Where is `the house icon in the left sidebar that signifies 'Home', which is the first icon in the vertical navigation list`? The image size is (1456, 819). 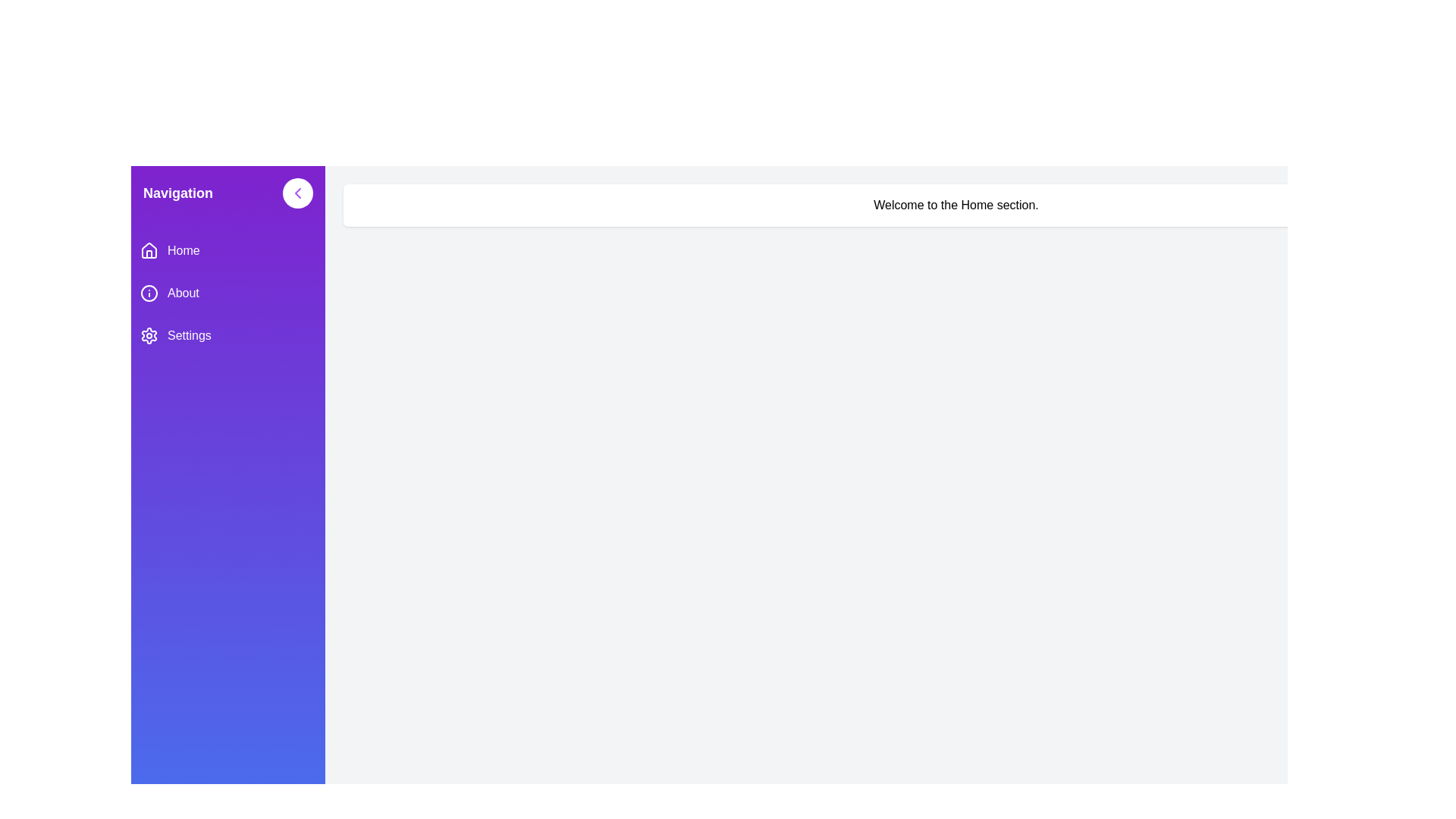 the house icon in the left sidebar that signifies 'Home', which is the first icon in the vertical navigation list is located at coordinates (149, 249).